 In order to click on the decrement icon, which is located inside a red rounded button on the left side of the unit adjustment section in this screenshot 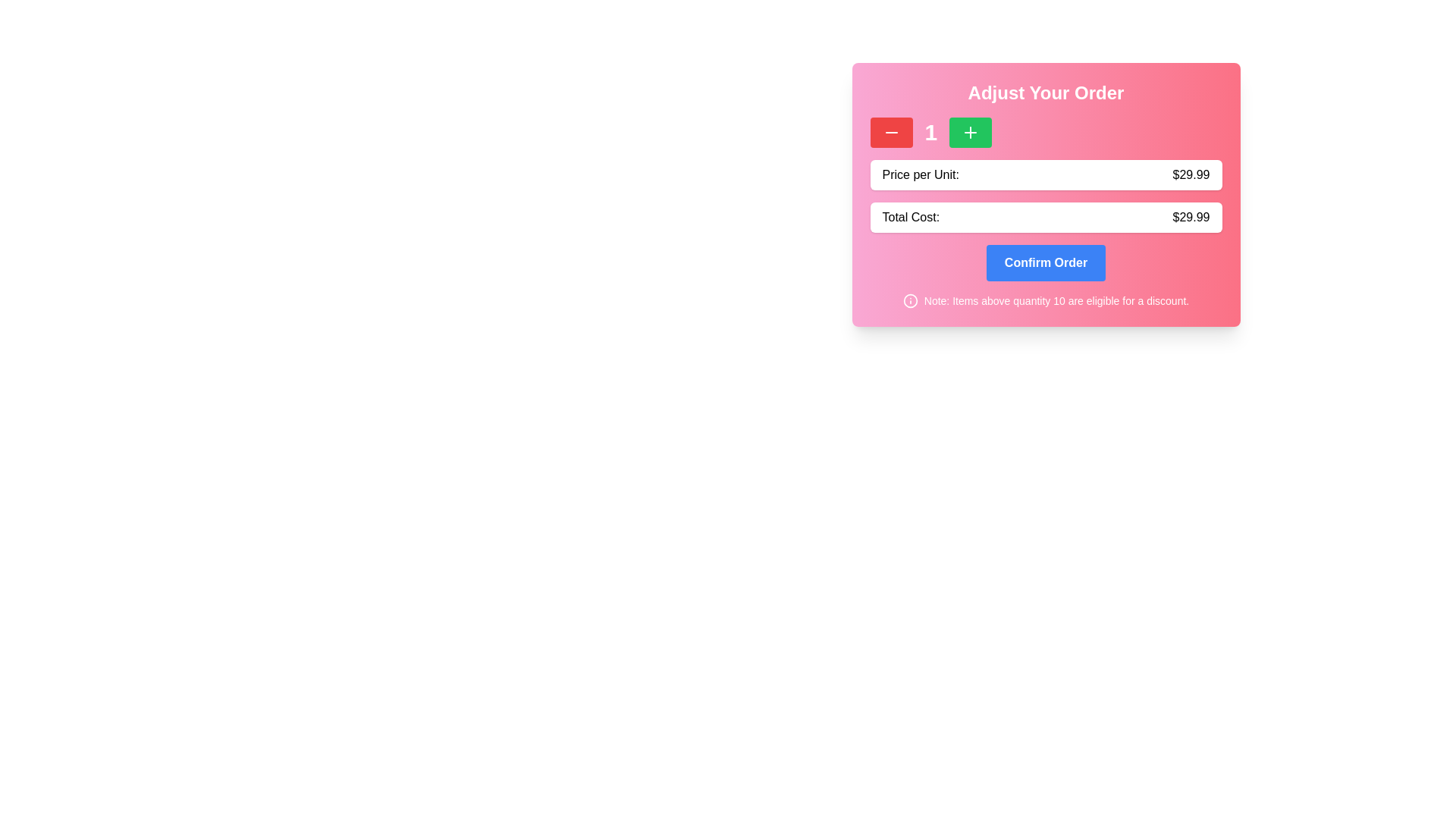, I will do `click(891, 131)`.